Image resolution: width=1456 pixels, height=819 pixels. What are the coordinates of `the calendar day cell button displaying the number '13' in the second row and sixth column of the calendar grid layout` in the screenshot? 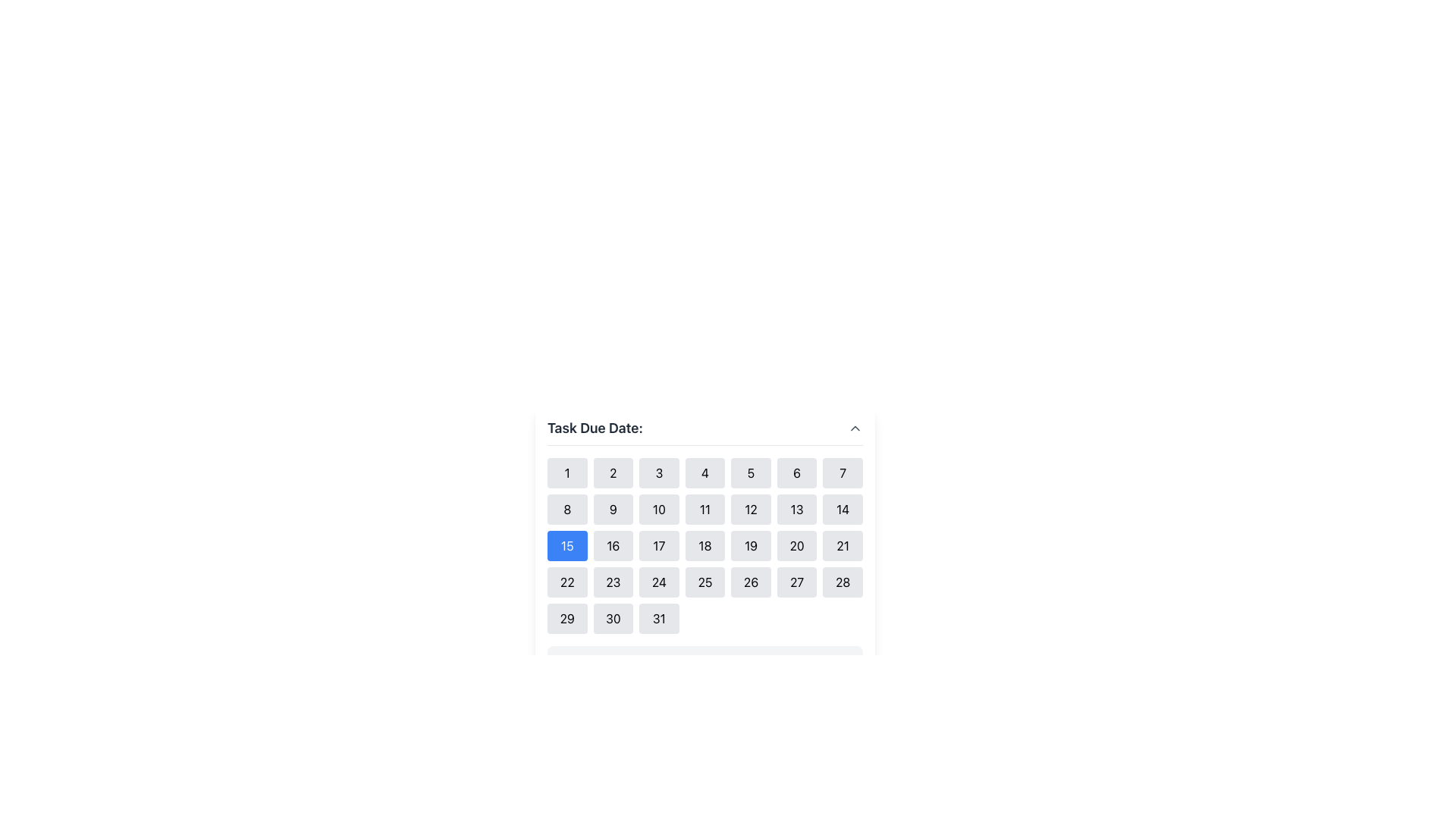 It's located at (796, 509).